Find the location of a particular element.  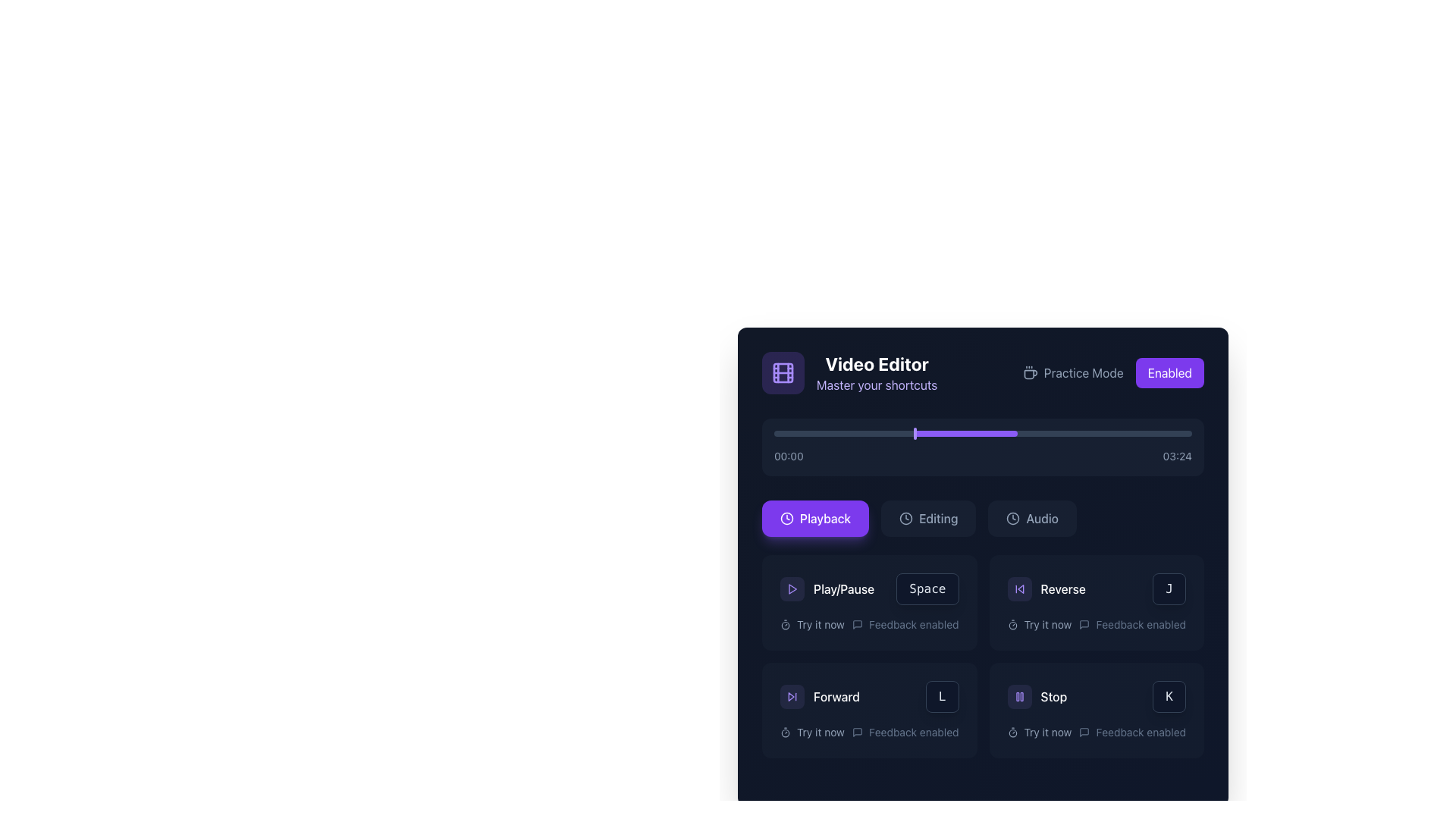

text label that displays 'Try it now' in a light-colored font on a dark background, positioned below the 'Forward' button is located at coordinates (820, 731).